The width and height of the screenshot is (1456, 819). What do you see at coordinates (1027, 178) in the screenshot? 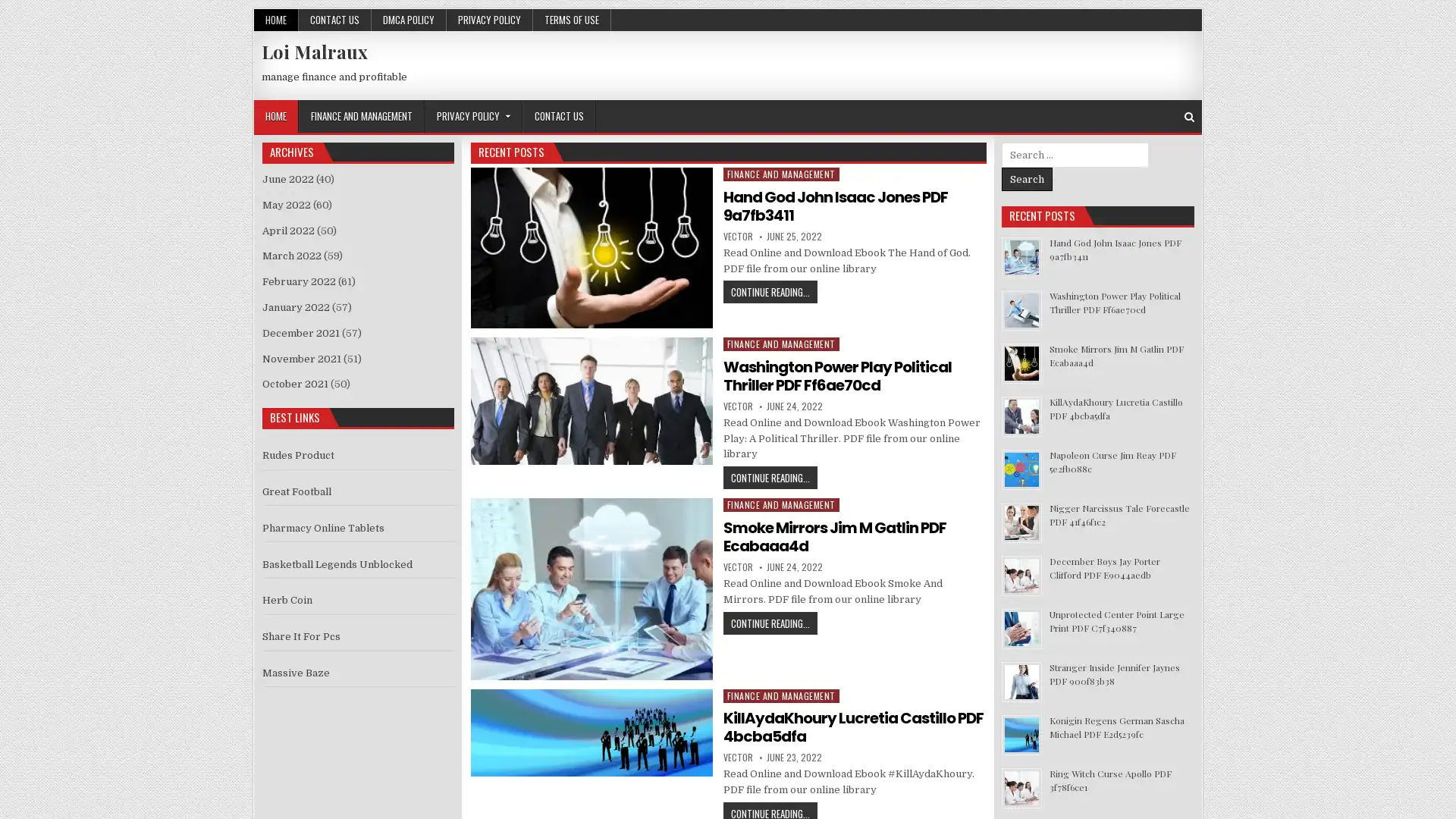
I see `Search` at bounding box center [1027, 178].